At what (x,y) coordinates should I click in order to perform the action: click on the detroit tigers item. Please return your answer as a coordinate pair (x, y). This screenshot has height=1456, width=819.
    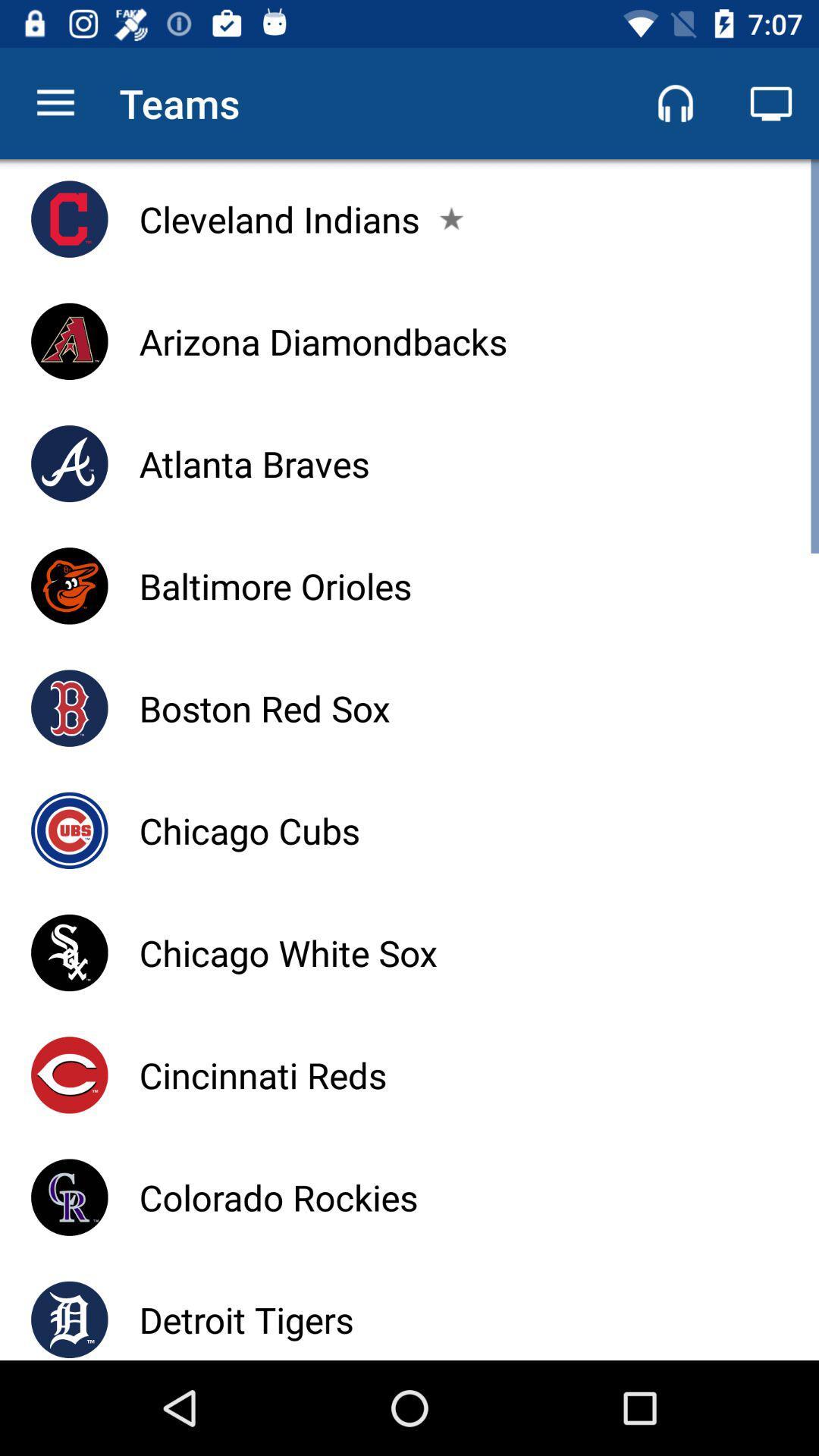
    Looking at the image, I should click on (246, 1319).